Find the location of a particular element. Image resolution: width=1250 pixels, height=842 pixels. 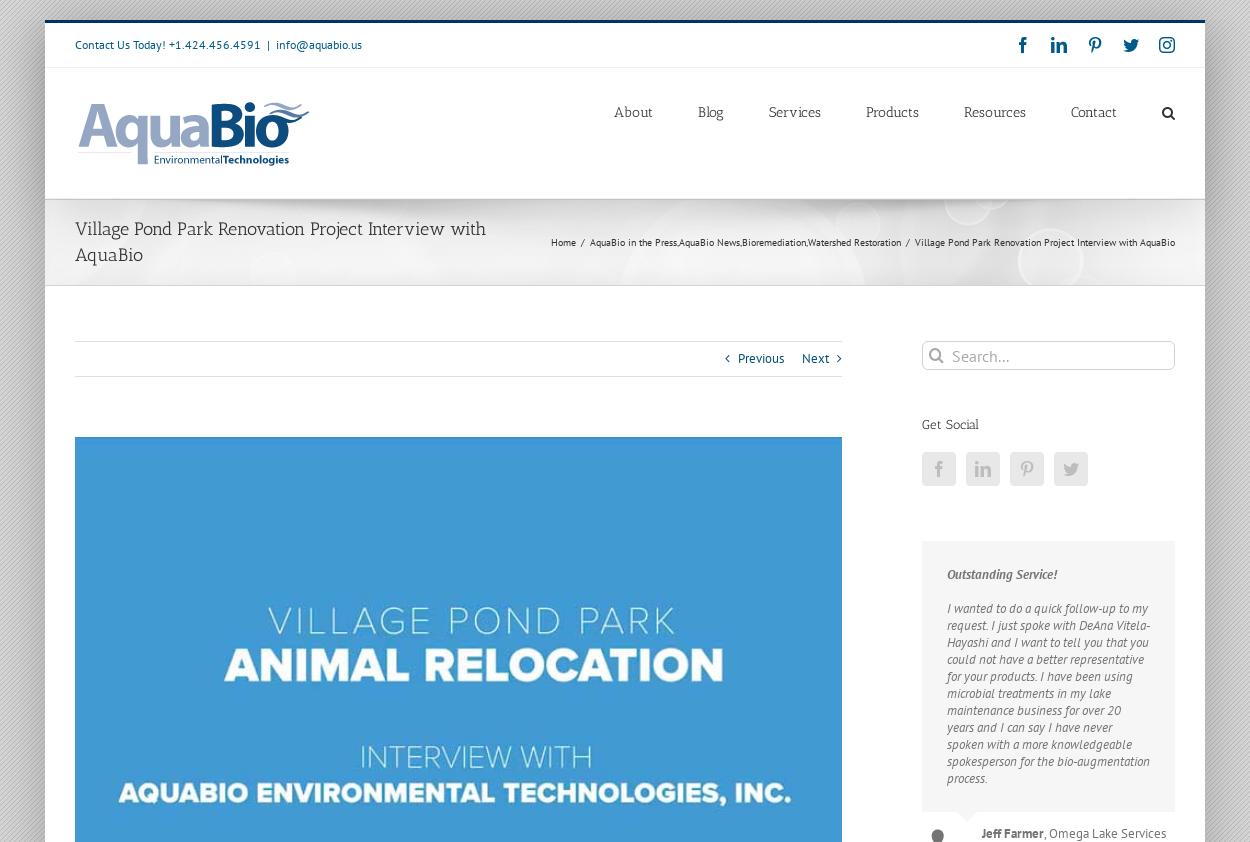

'Nutrient Removal Using Floating Treatment Wetlands' is located at coordinates (867, 389).